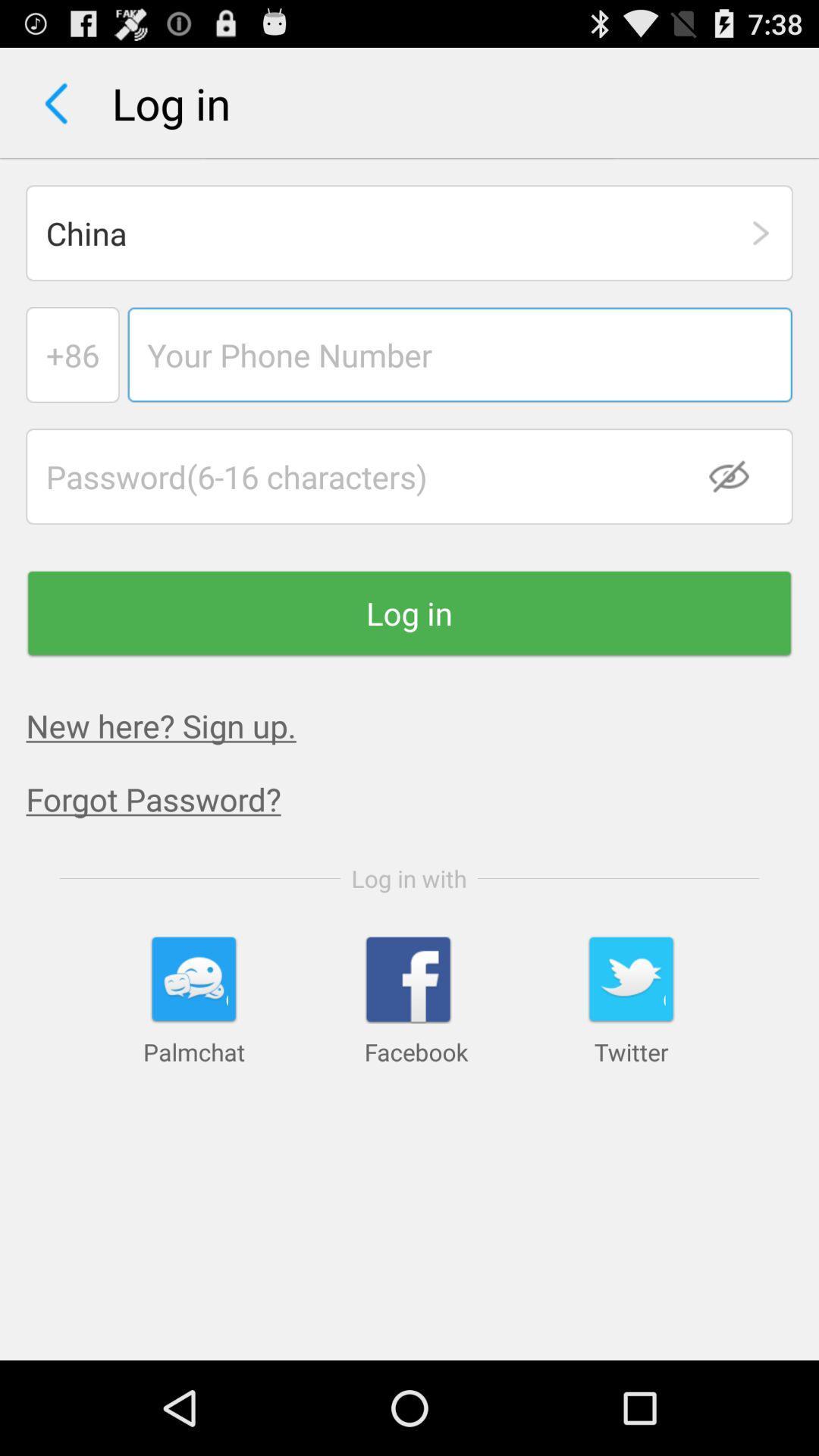  I want to click on app above forgot password?, so click(161, 724).